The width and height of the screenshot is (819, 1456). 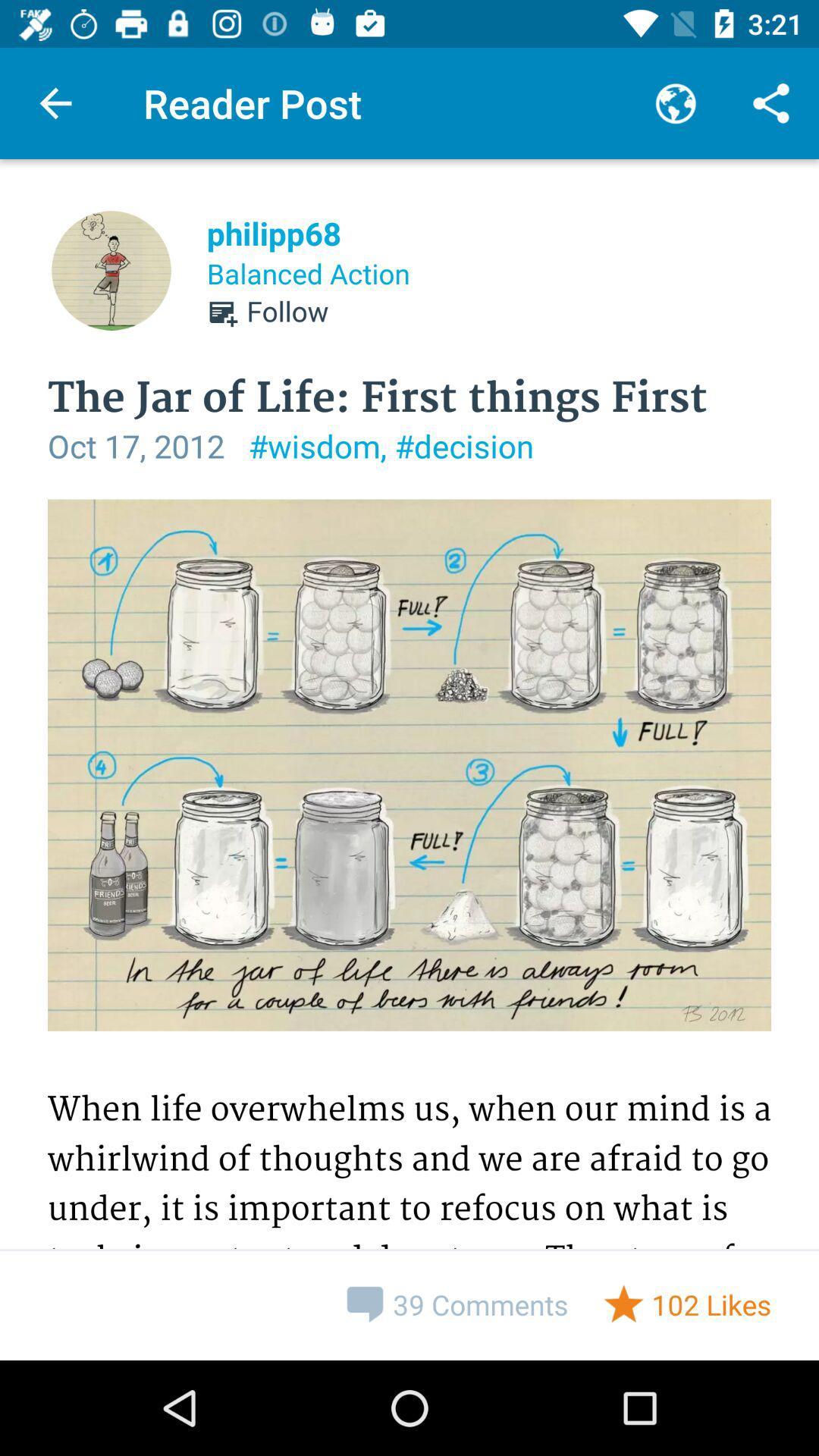 I want to click on open profile, so click(x=110, y=270).